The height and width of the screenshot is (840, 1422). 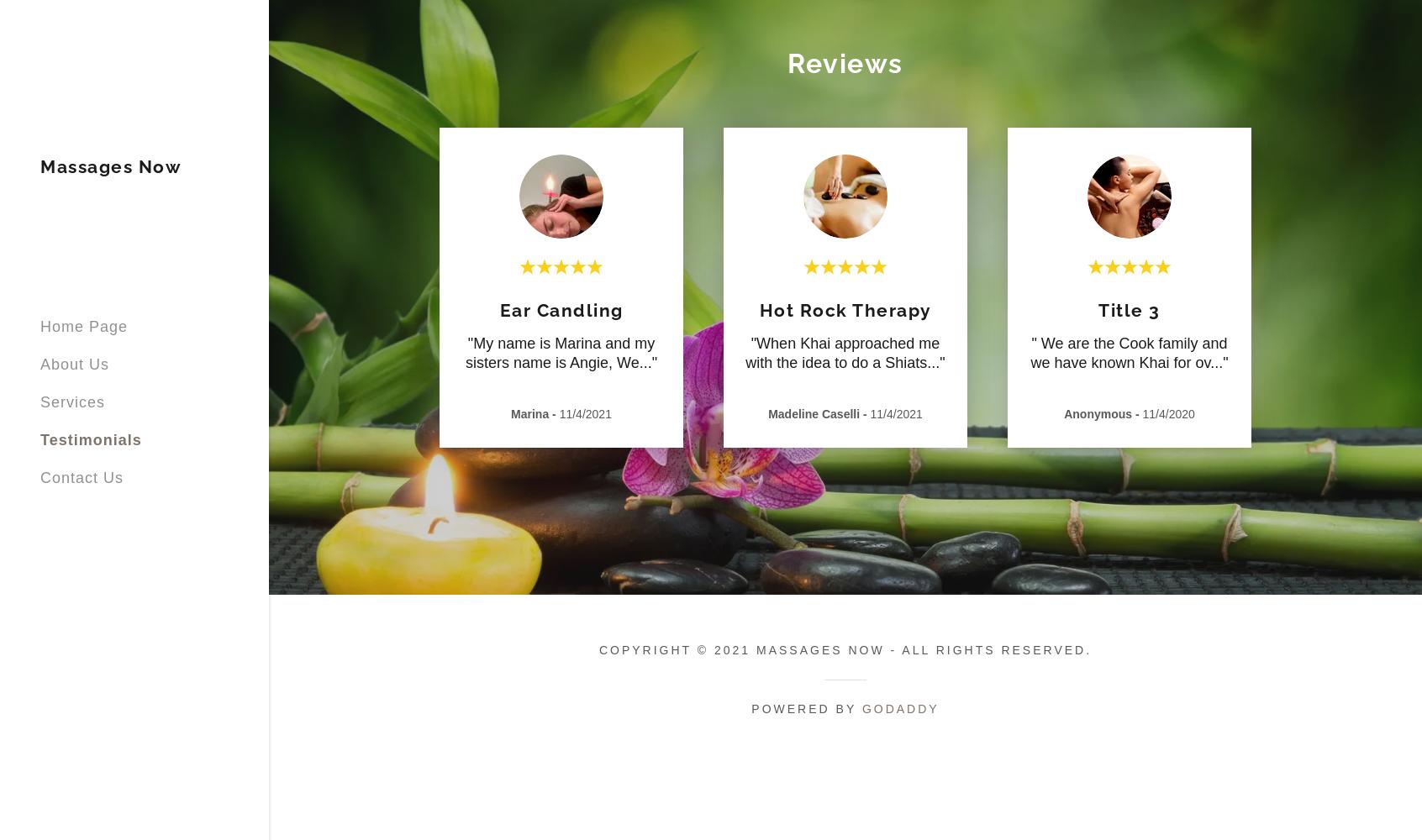 What do you see at coordinates (1129, 344) in the screenshot?
I see `'" We are the Cook family and'` at bounding box center [1129, 344].